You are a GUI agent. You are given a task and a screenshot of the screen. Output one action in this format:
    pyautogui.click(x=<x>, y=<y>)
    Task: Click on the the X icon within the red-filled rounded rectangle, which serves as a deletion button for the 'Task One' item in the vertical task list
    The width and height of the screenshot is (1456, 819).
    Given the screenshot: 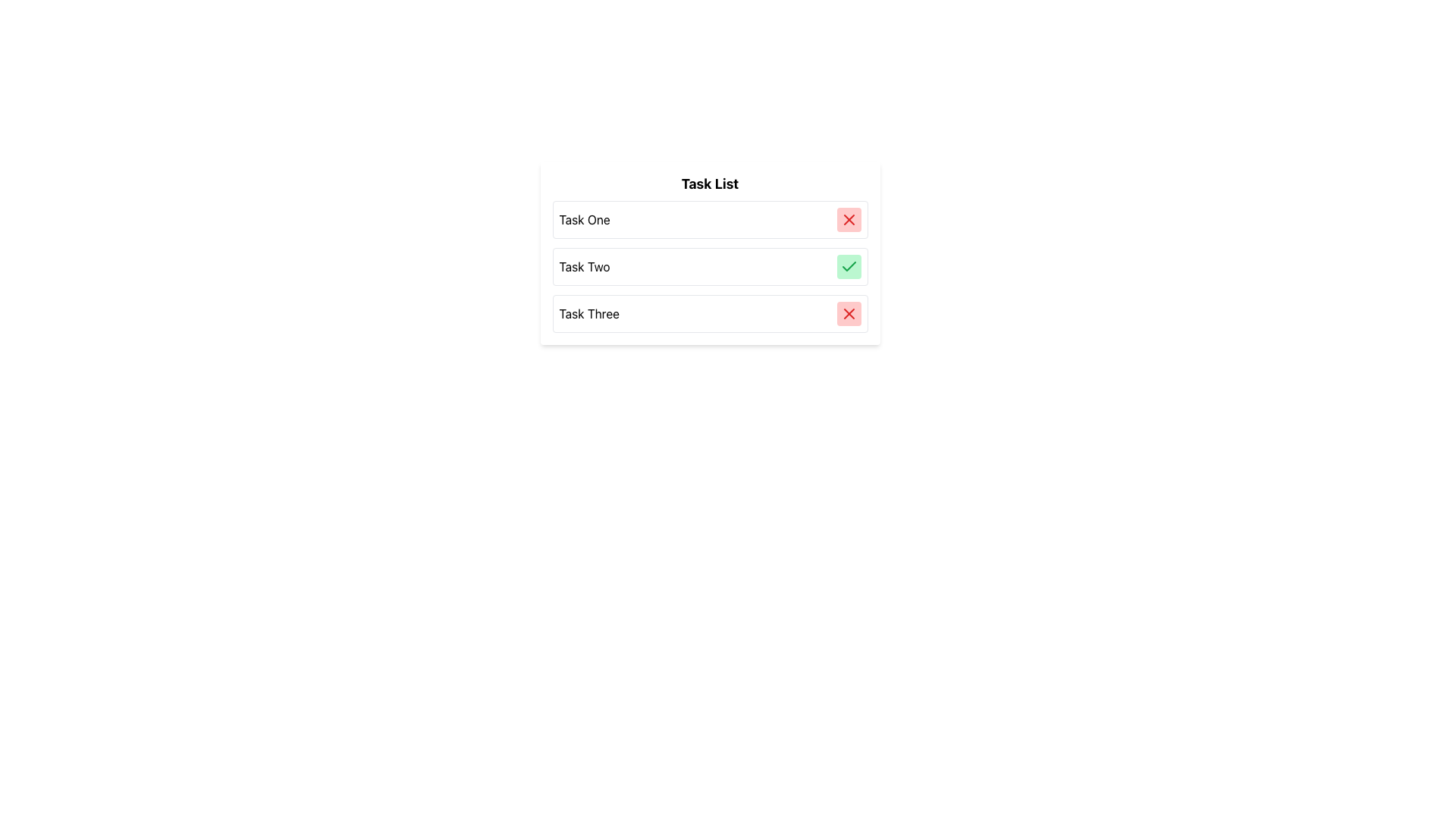 What is the action you would take?
    pyautogui.click(x=848, y=312)
    